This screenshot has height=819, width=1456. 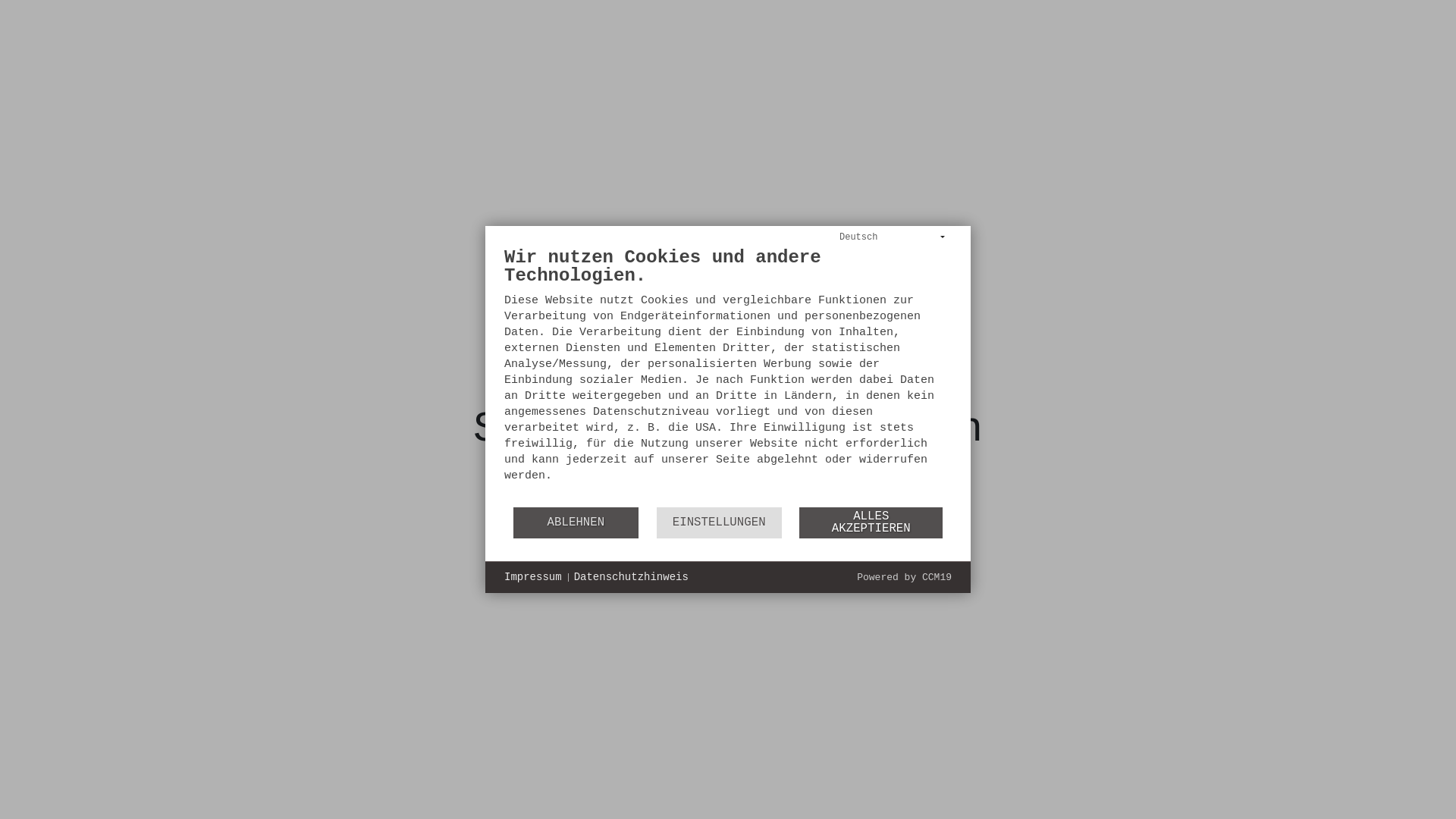 I want to click on 'Powered by CCM19', so click(x=904, y=577).